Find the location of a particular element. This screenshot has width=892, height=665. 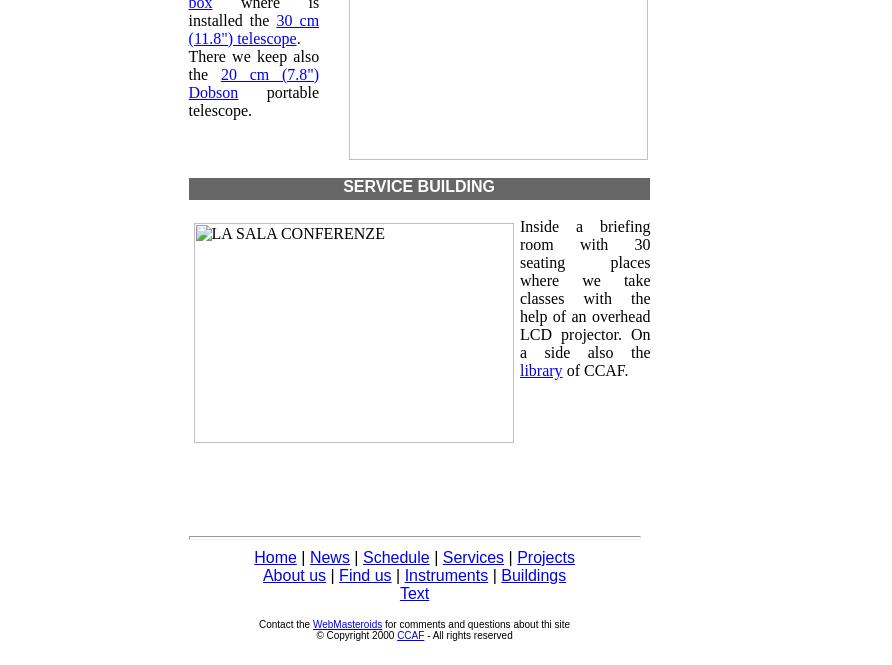

'for comments and questions about thi site' is located at coordinates (475, 623).